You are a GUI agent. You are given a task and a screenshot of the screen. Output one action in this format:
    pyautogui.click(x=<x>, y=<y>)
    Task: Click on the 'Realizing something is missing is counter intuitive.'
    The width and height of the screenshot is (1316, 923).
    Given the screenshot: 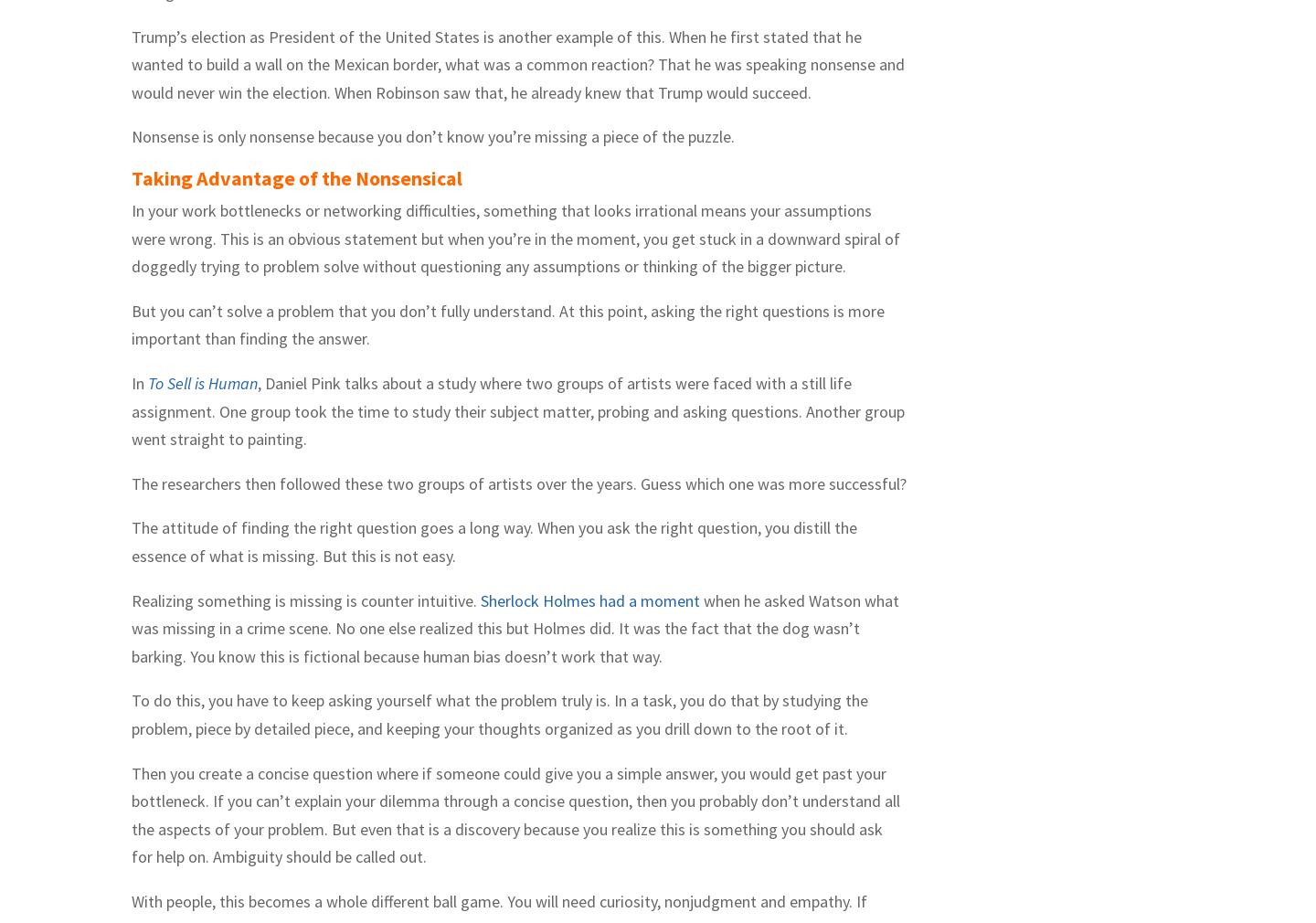 What is the action you would take?
    pyautogui.click(x=305, y=599)
    